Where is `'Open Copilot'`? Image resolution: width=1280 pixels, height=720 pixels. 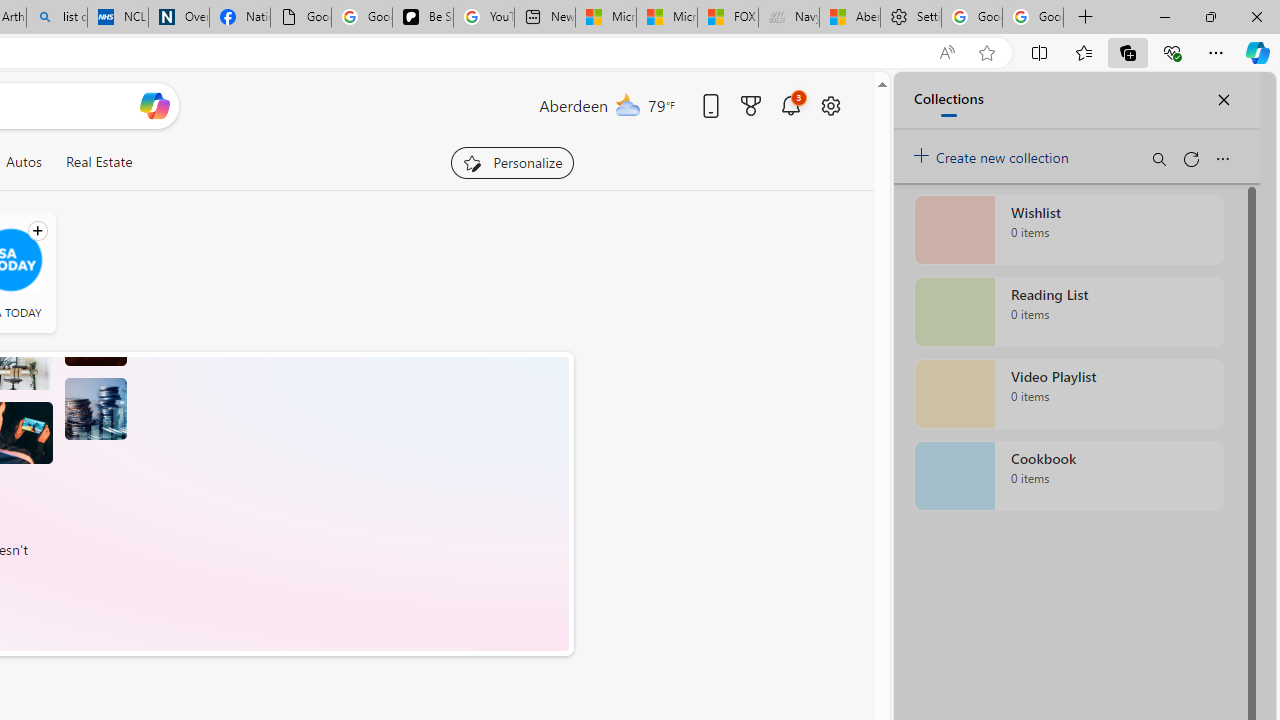 'Open Copilot' is located at coordinates (154, 105).